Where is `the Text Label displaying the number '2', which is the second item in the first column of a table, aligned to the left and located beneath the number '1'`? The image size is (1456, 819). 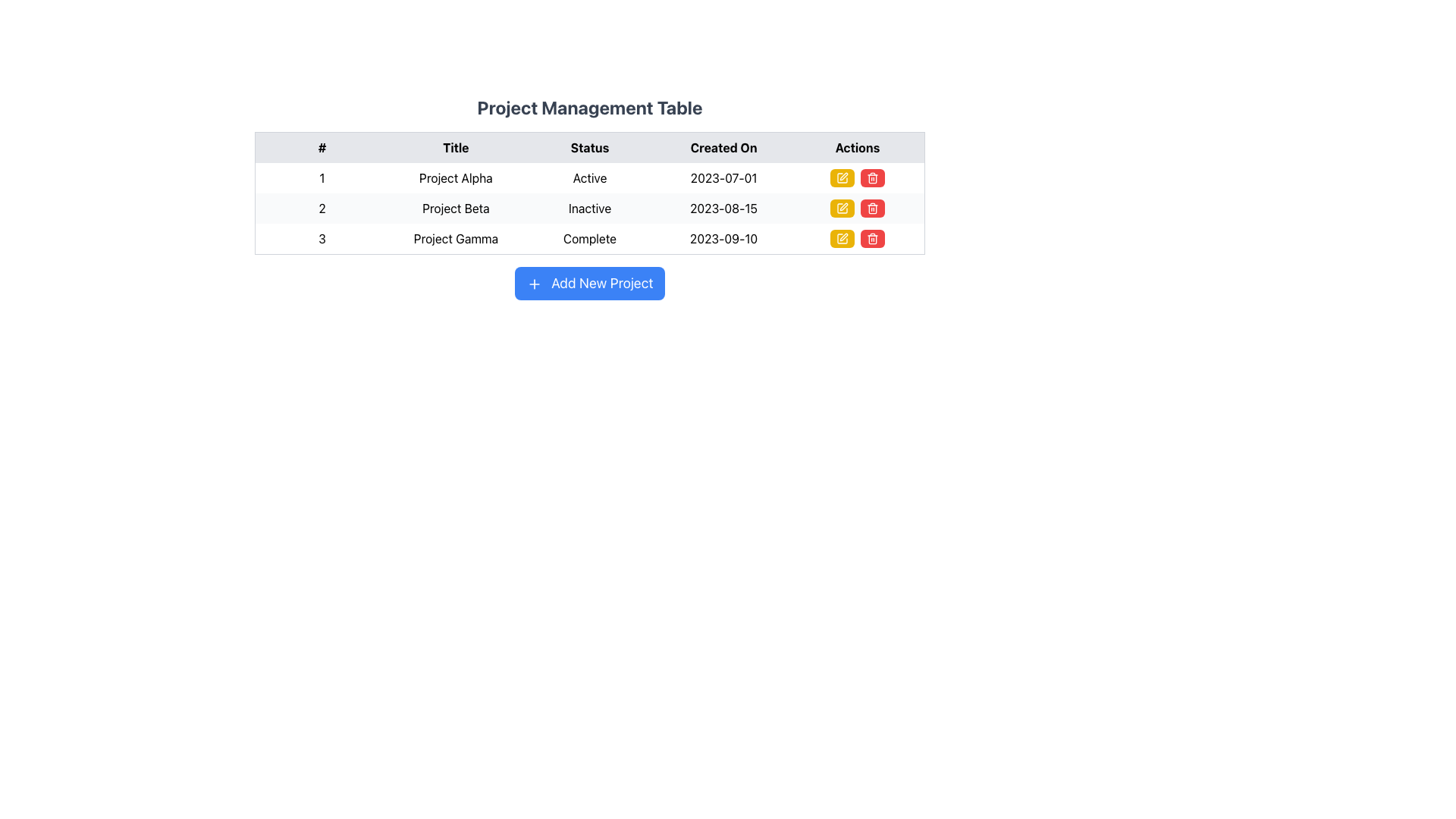 the Text Label displaying the number '2', which is the second item in the first column of a table, aligned to the left and located beneath the number '1' is located at coordinates (321, 208).